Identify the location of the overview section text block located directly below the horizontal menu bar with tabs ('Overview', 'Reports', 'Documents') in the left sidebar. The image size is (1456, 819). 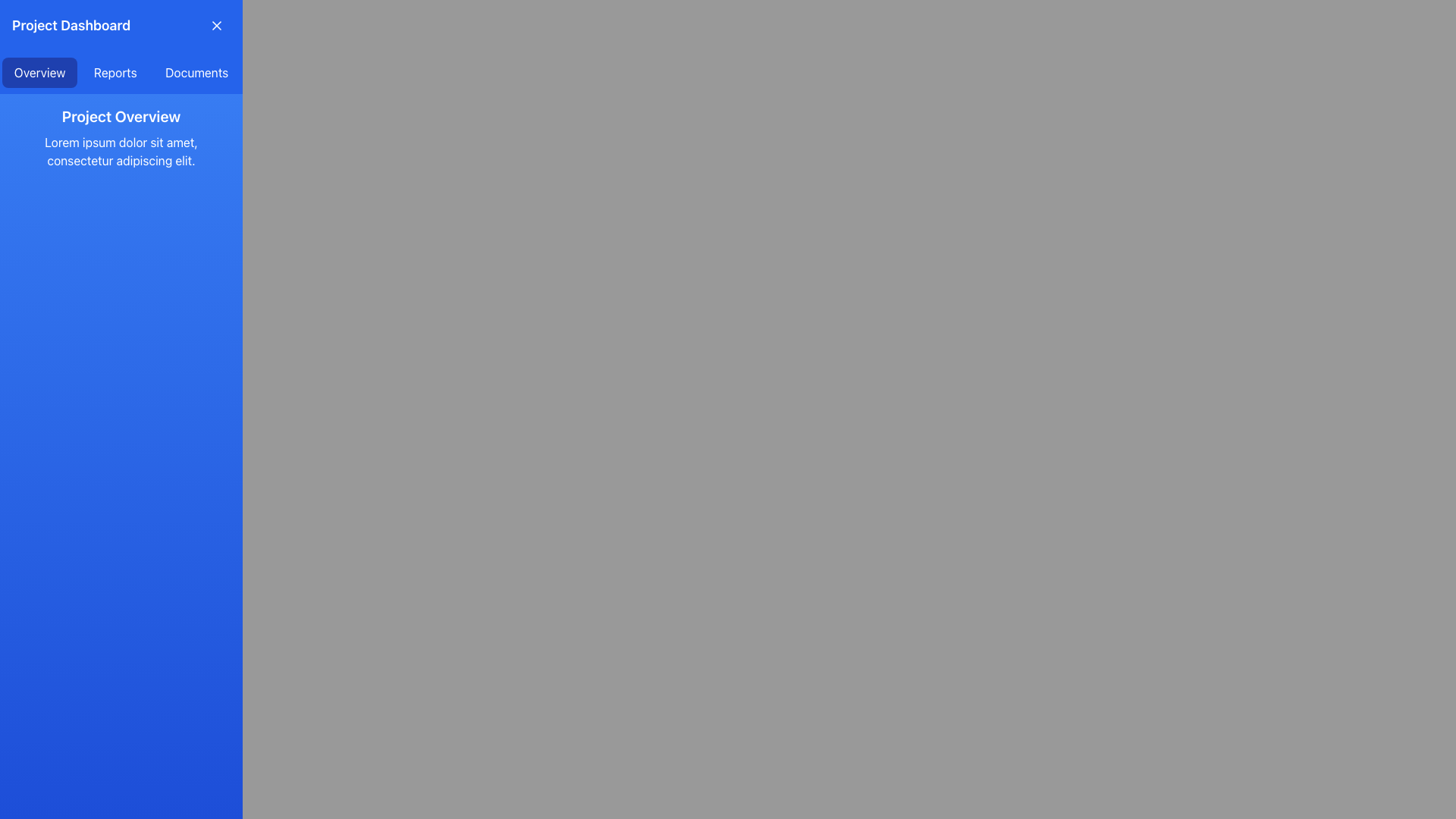
(120, 137).